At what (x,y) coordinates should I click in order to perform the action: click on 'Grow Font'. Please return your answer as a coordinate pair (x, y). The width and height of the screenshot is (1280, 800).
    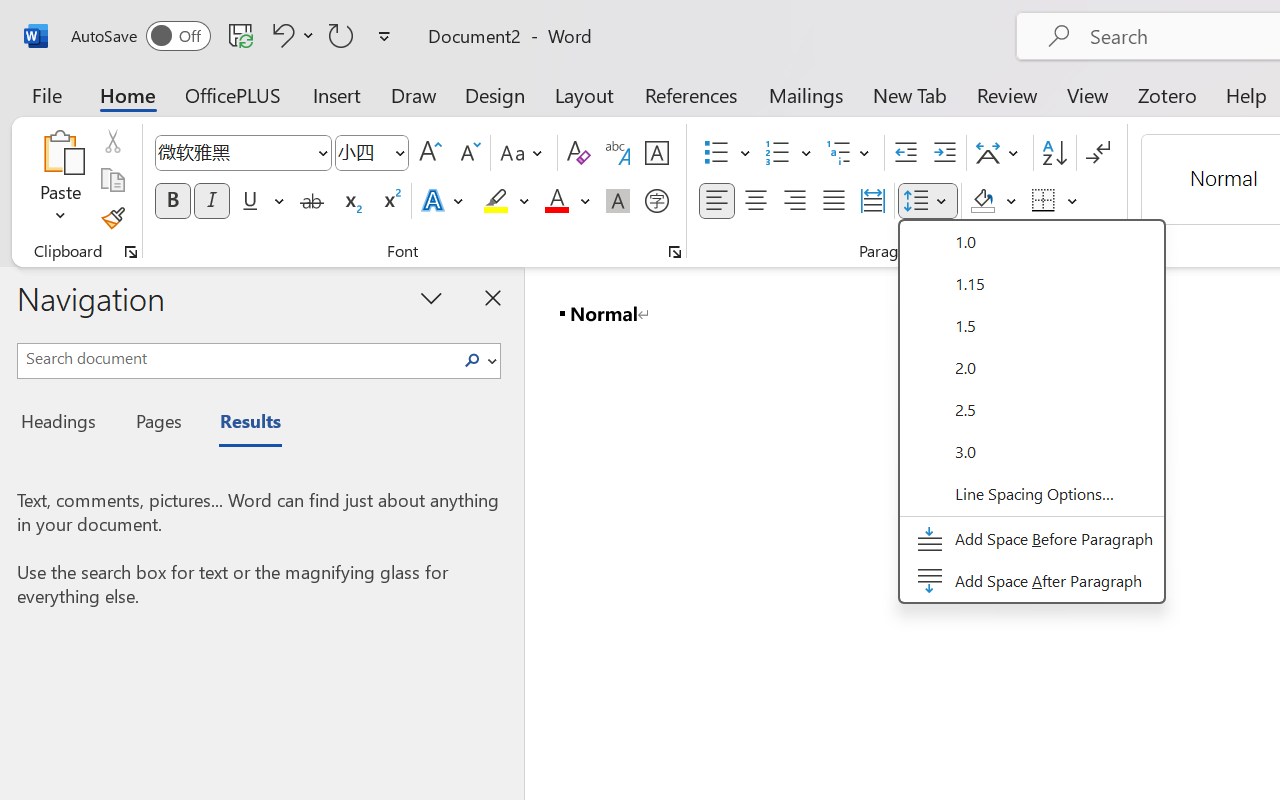
    Looking at the image, I should click on (429, 153).